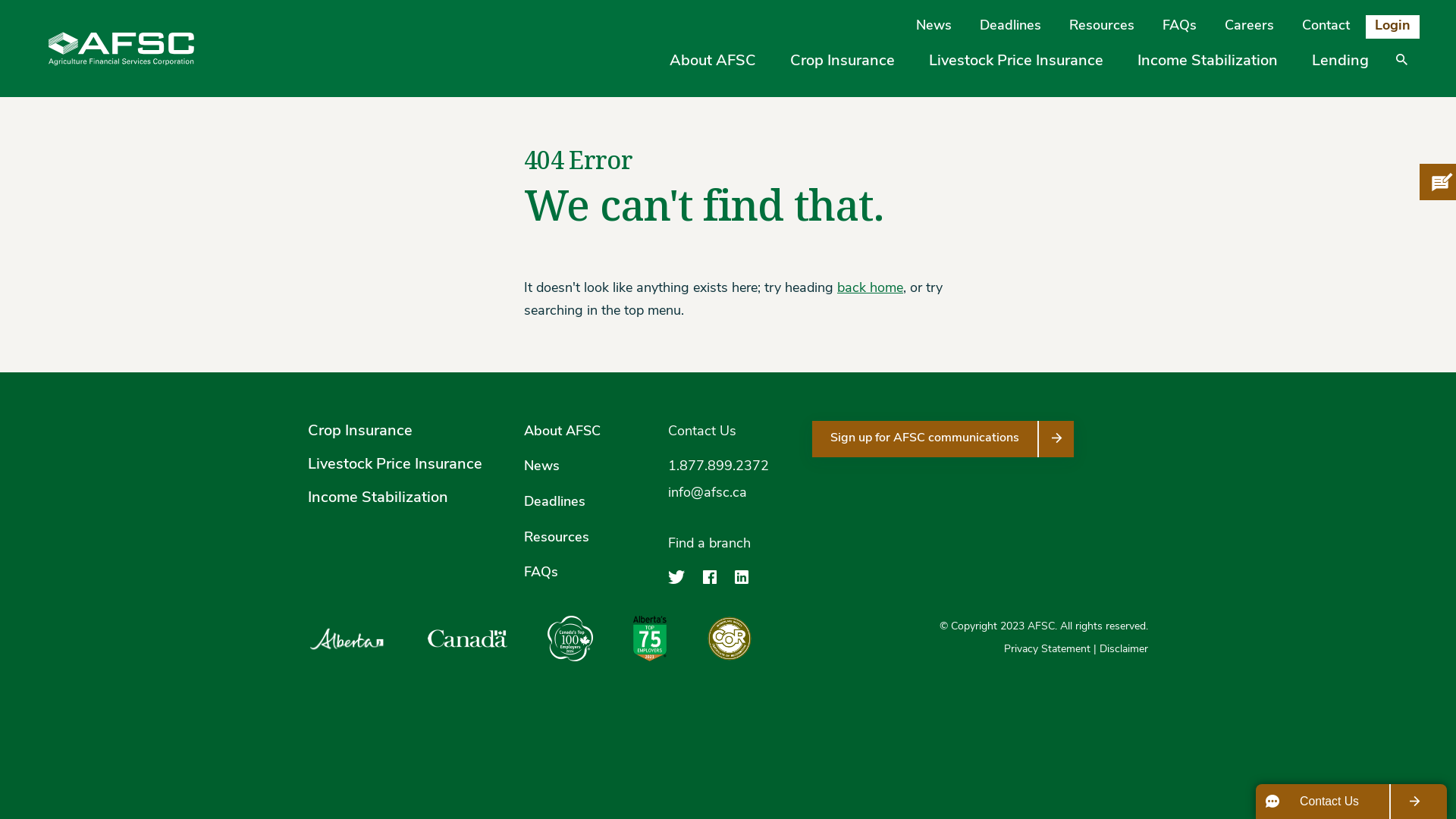  What do you see at coordinates (541, 573) in the screenshot?
I see `'FAQs'` at bounding box center [541, 573].